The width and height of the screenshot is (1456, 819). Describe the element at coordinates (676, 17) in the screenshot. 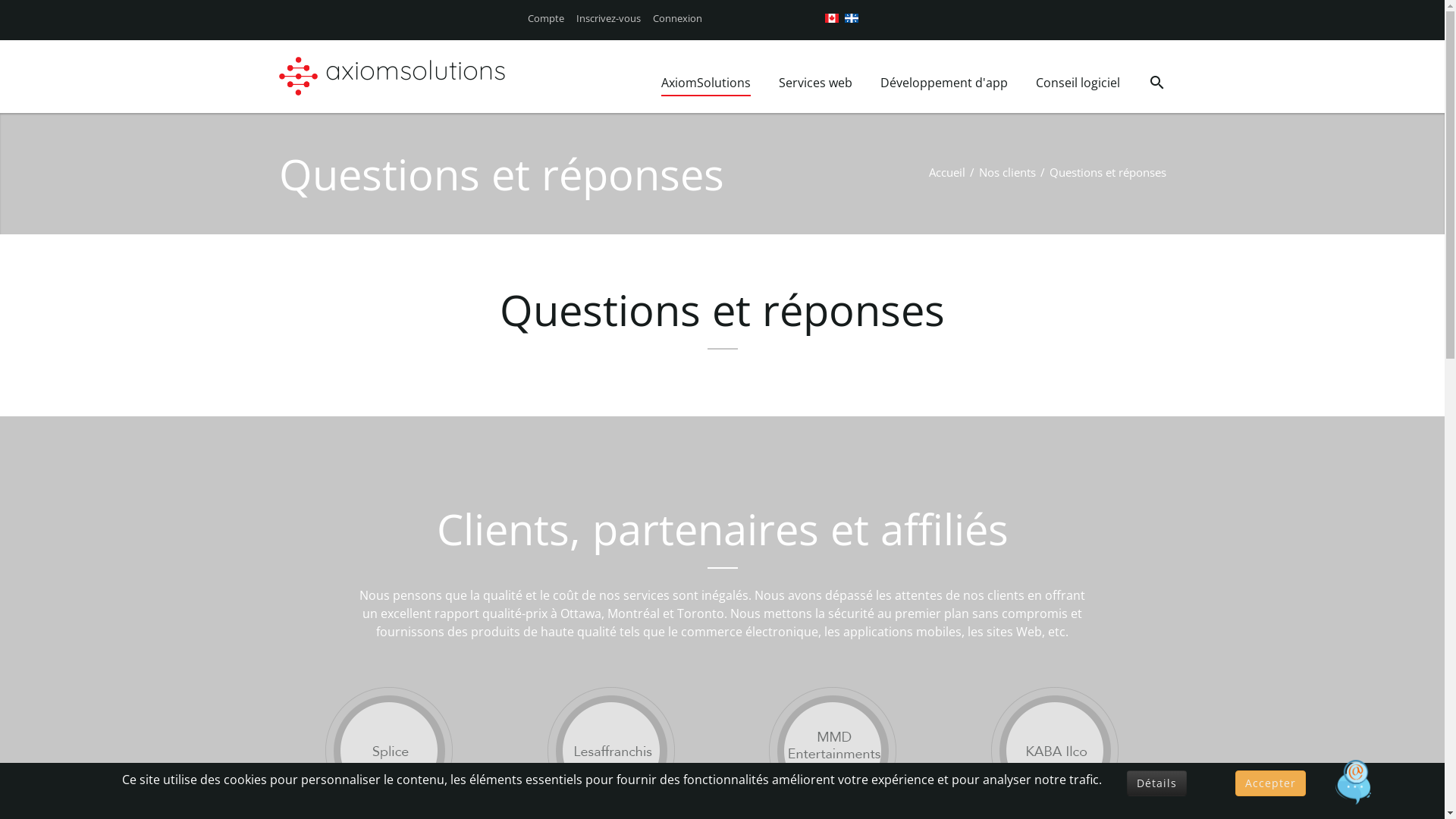

I see `'Connexion'` at that location.